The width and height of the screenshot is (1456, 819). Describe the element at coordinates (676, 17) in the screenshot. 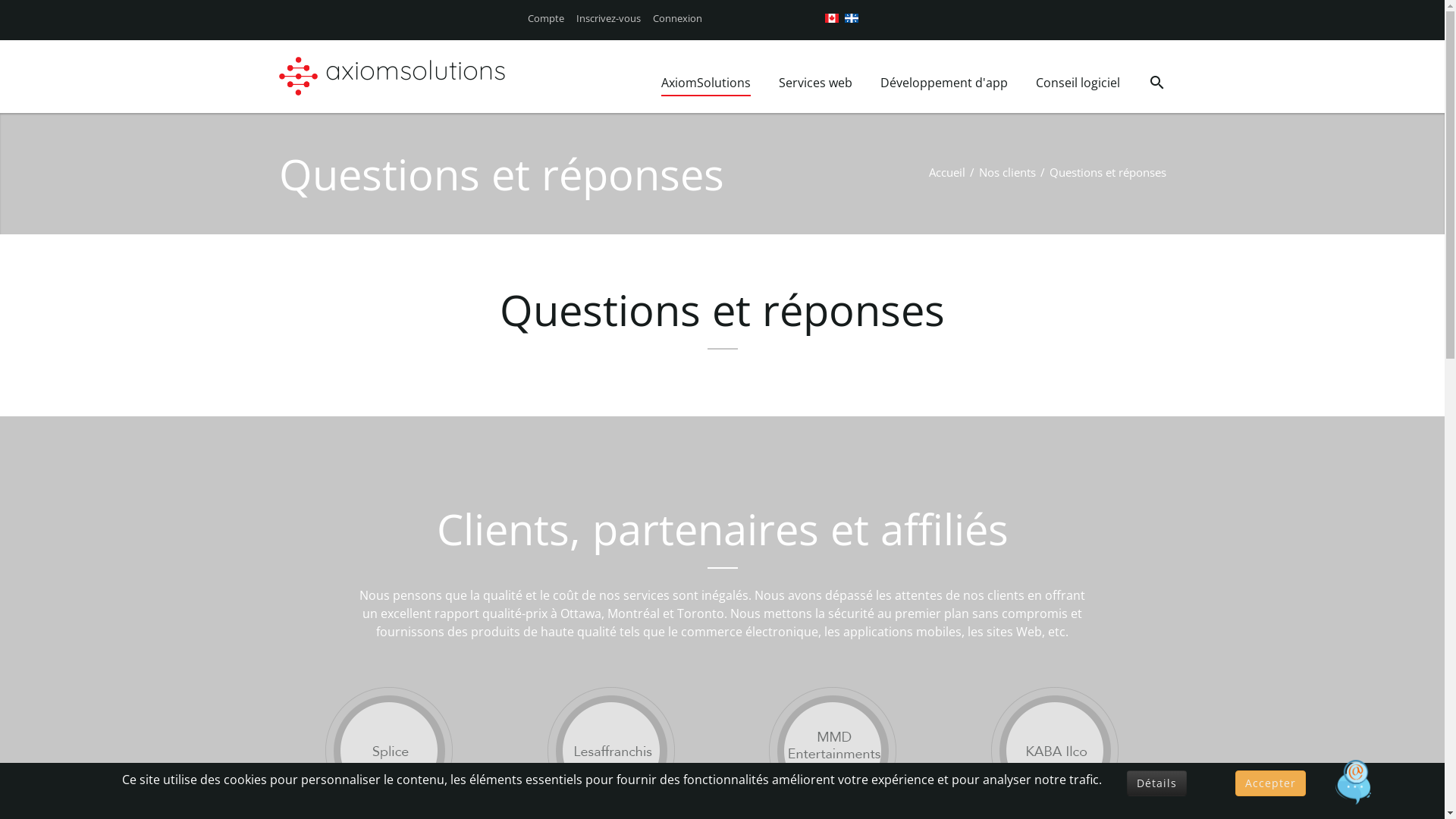

I see `'Connexion'` at that location.